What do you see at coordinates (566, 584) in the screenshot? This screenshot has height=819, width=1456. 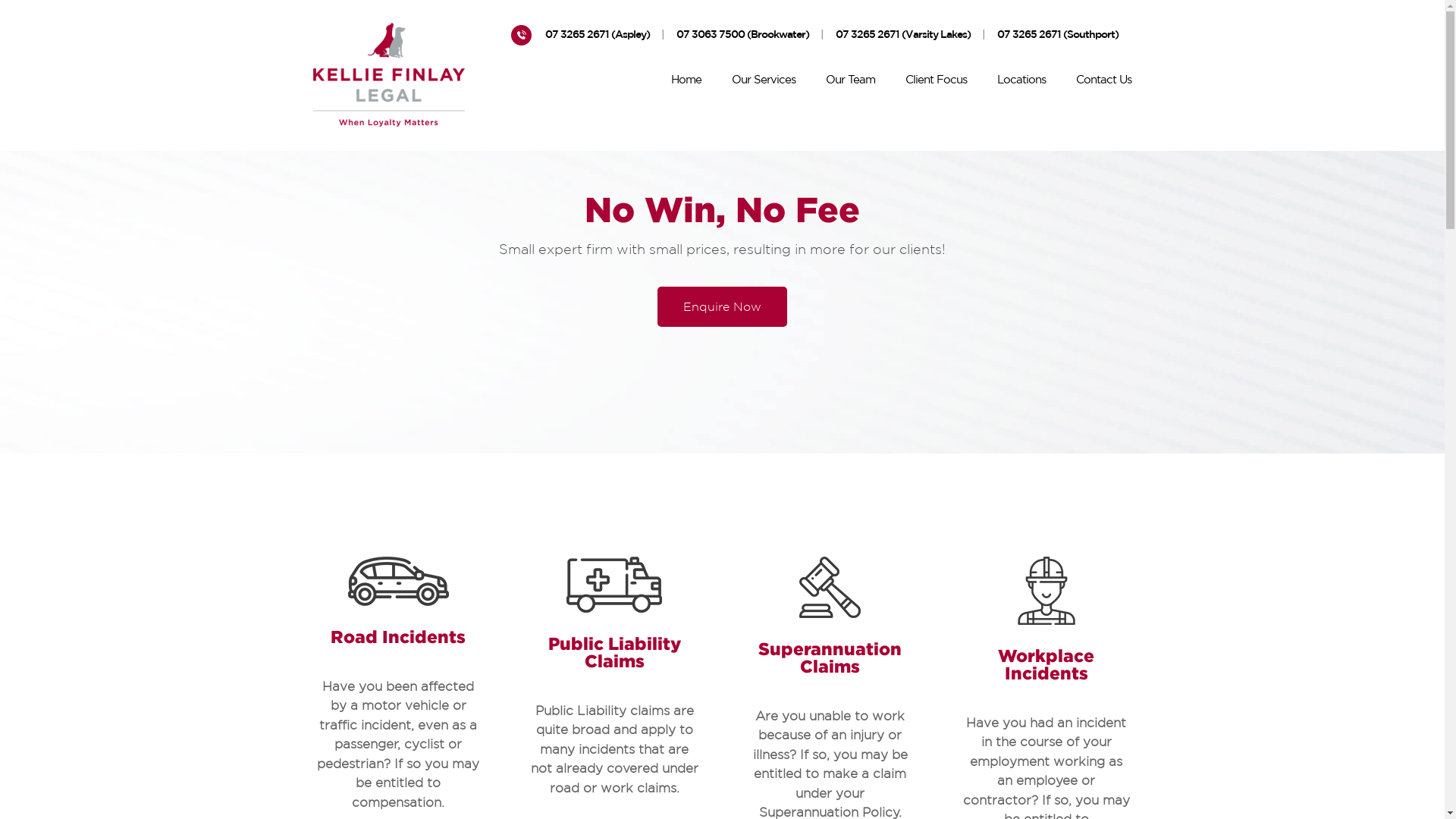 I see `'Public Liability Claims - Kellie Finlay Legal'` at bounding box center [566, 584].